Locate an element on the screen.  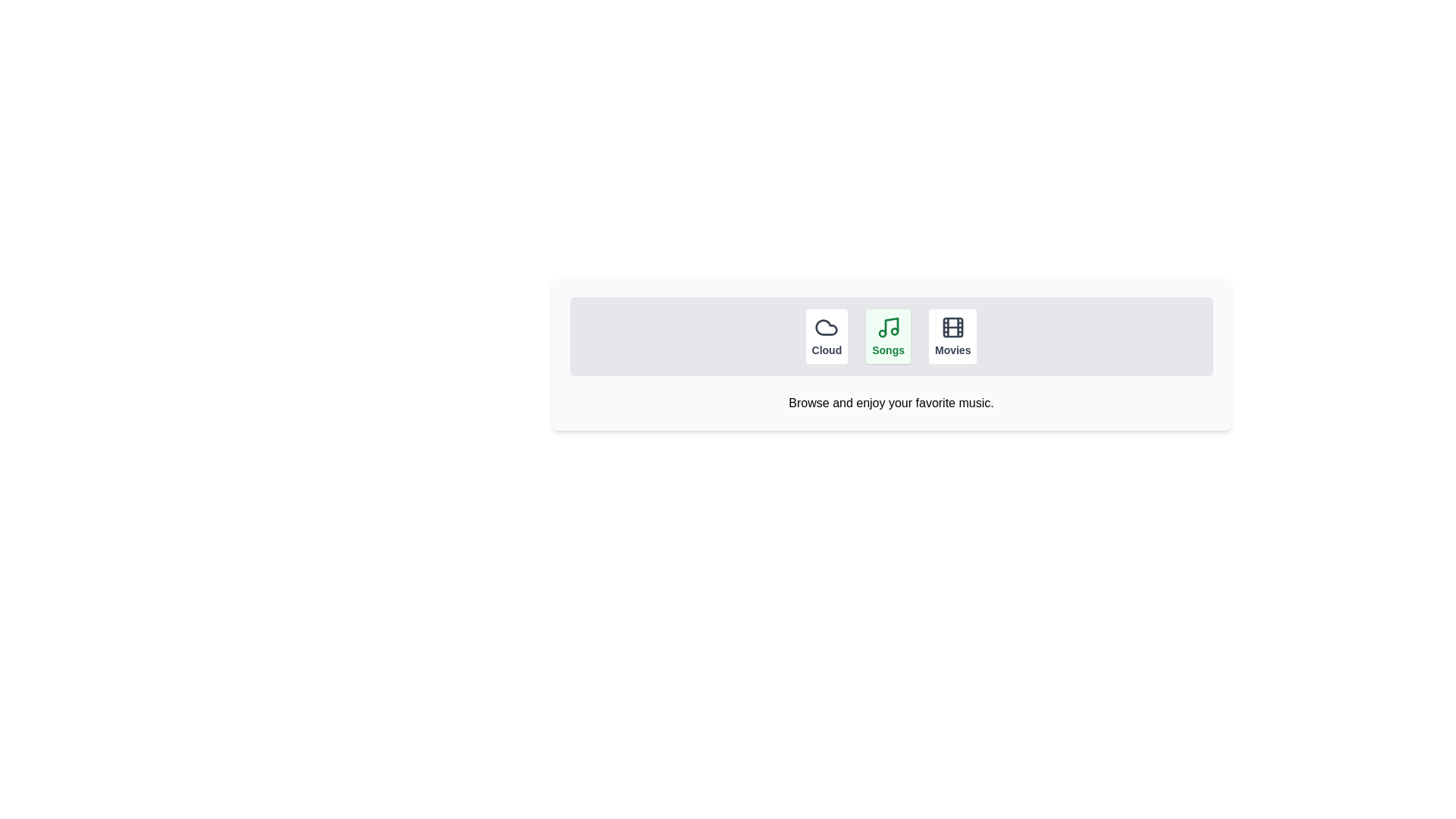
the 'Movies' button, which features a dark-styled rectangular SVG component resembling an old-style film camera reel, located to the right of the 'Cloud' and 'Songs' buttons is located at coordinates (952, 327).